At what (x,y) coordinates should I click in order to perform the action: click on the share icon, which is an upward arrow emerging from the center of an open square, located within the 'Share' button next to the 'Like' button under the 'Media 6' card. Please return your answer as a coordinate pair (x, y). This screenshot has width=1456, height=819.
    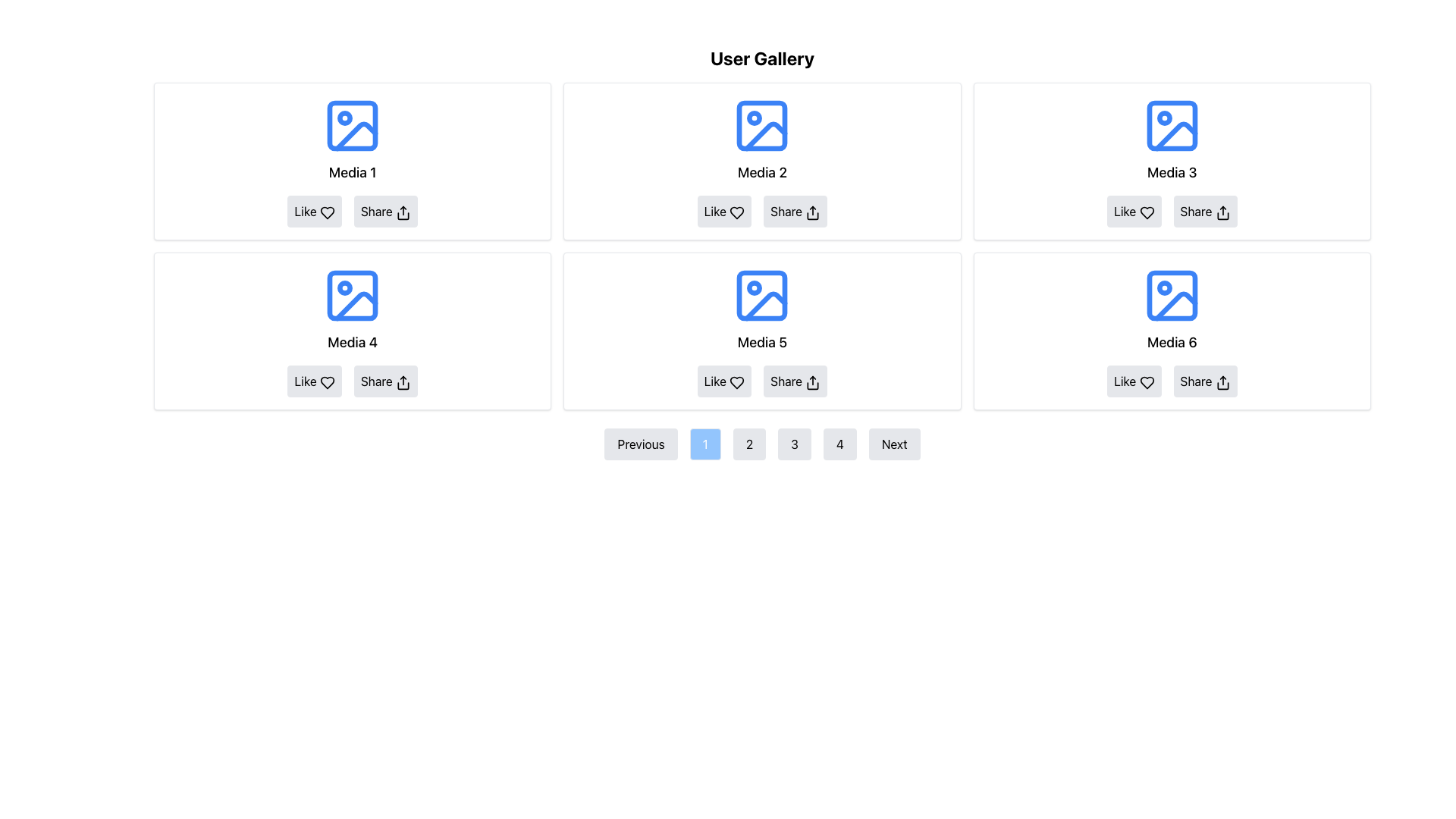
    Looking at the image, I should click on (1222, 381).